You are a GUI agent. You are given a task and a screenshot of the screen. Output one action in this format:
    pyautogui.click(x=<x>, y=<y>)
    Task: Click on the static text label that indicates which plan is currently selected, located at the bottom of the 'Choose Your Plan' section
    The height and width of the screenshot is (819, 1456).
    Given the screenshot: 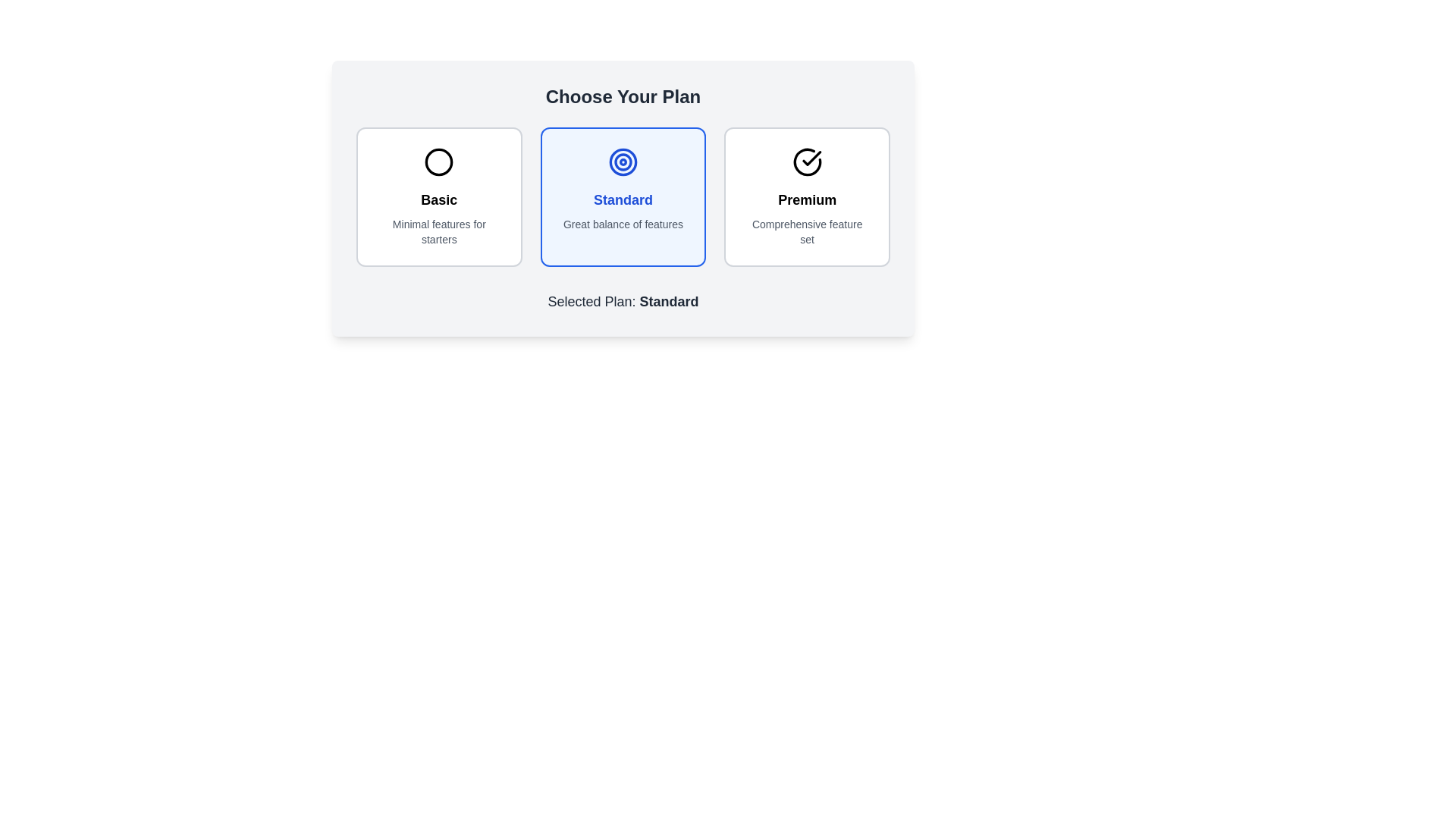 What is the action you would take?
    pyautogui.click(x=623, y=301)
    